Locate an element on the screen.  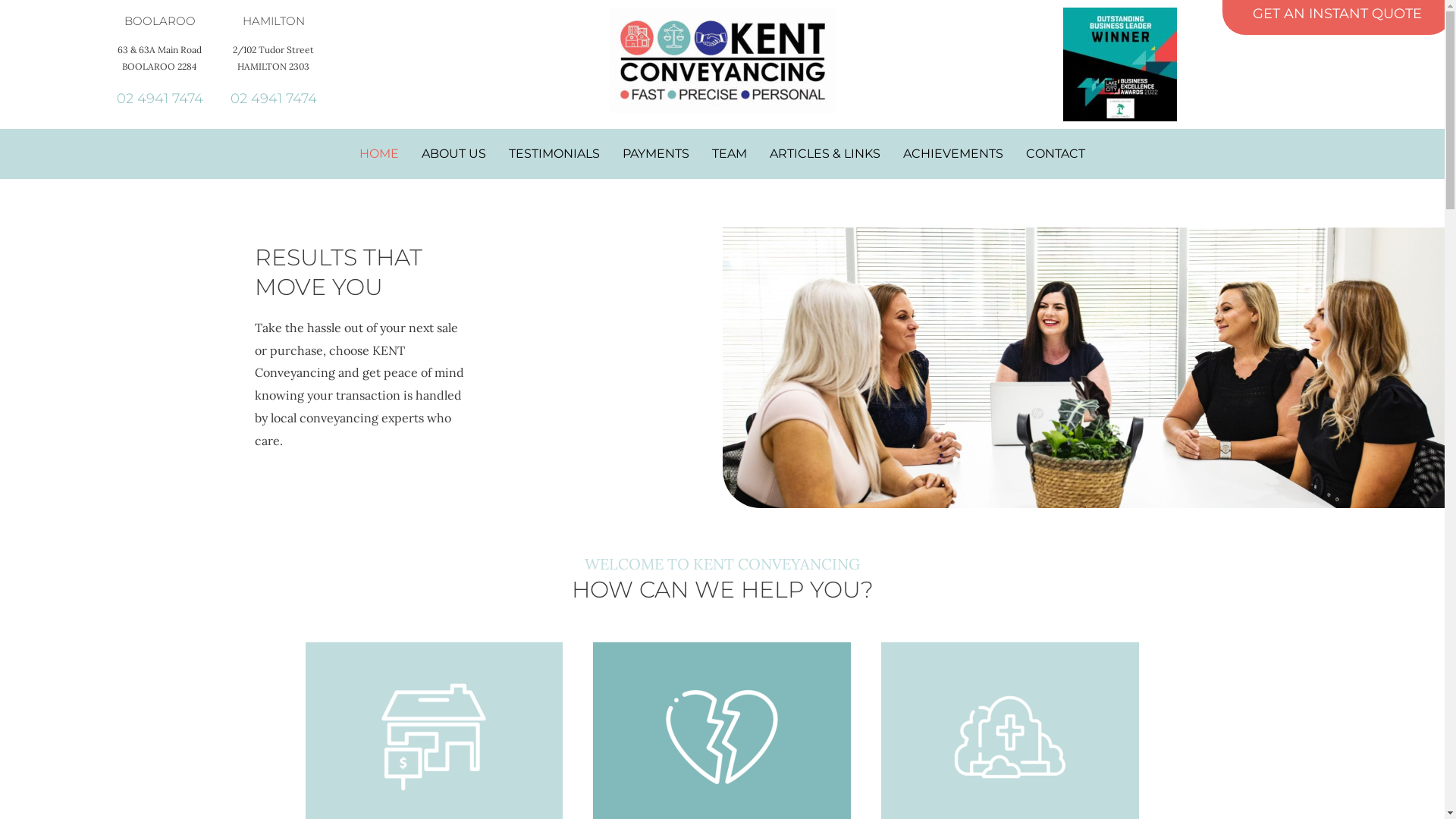
'ARTICLES & LINKS' is located at coordinates (824, 154).